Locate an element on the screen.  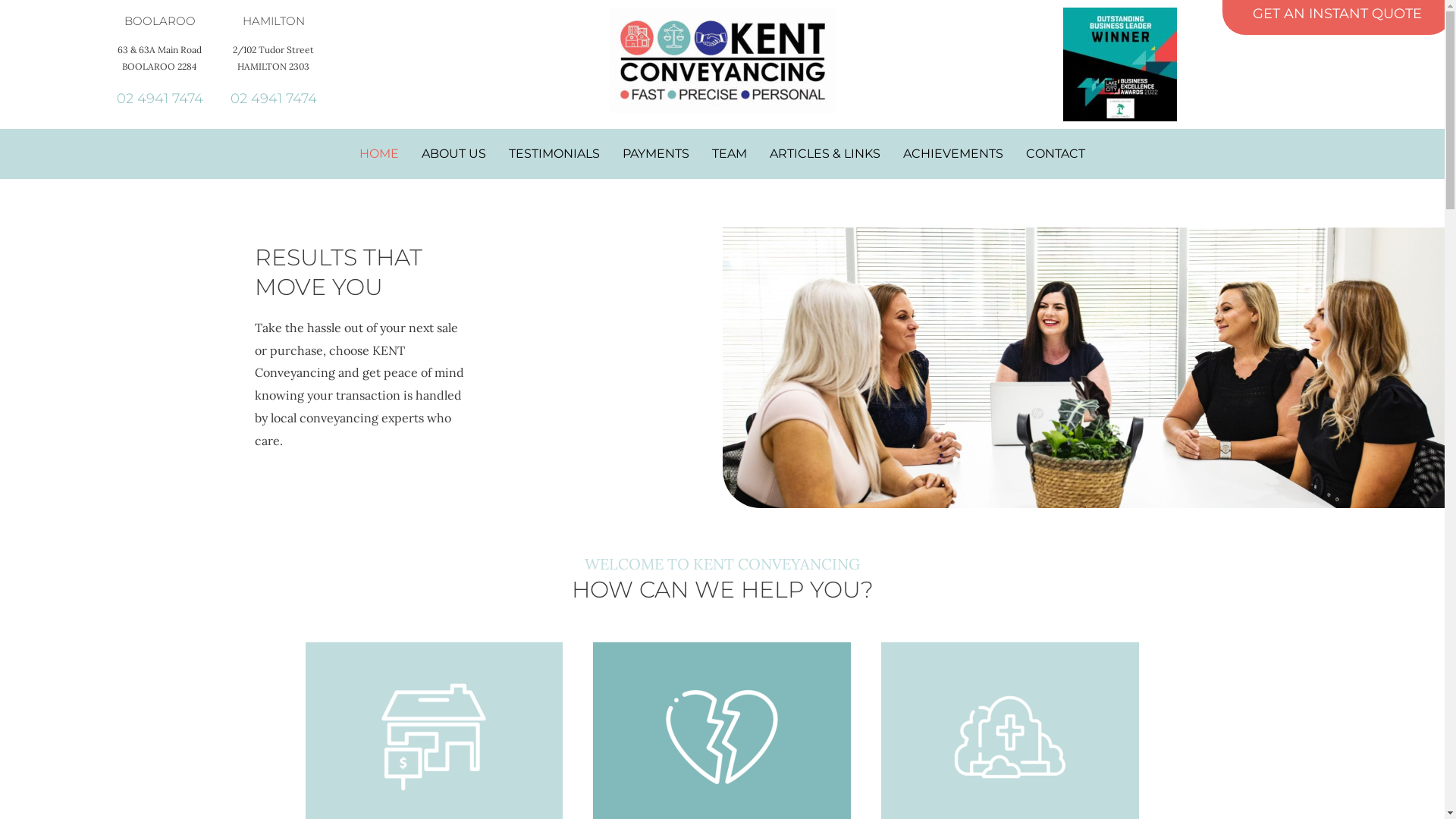
'ARTICLES & LINKS' is located at coordinates (824, 154).